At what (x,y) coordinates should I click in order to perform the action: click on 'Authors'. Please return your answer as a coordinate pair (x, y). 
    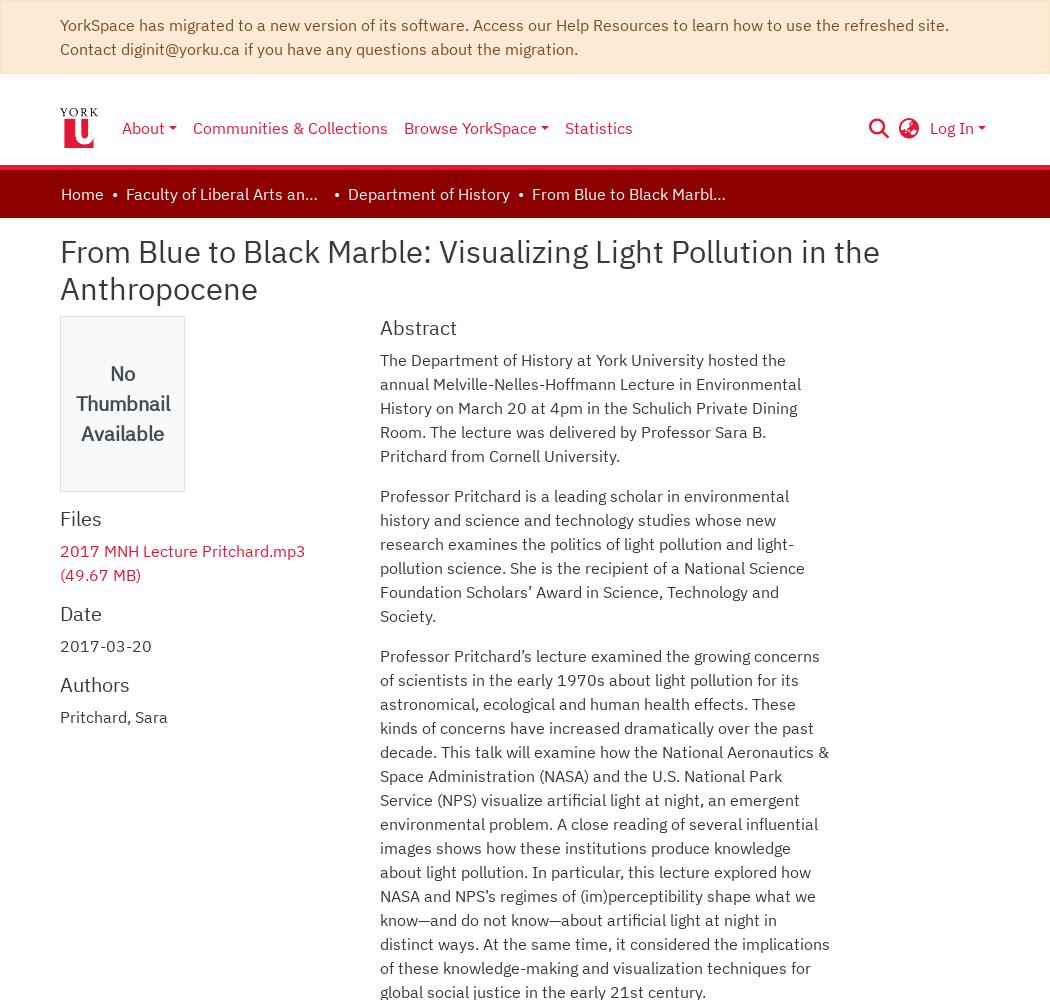
    Looking at the image, I should click on (95, 684).